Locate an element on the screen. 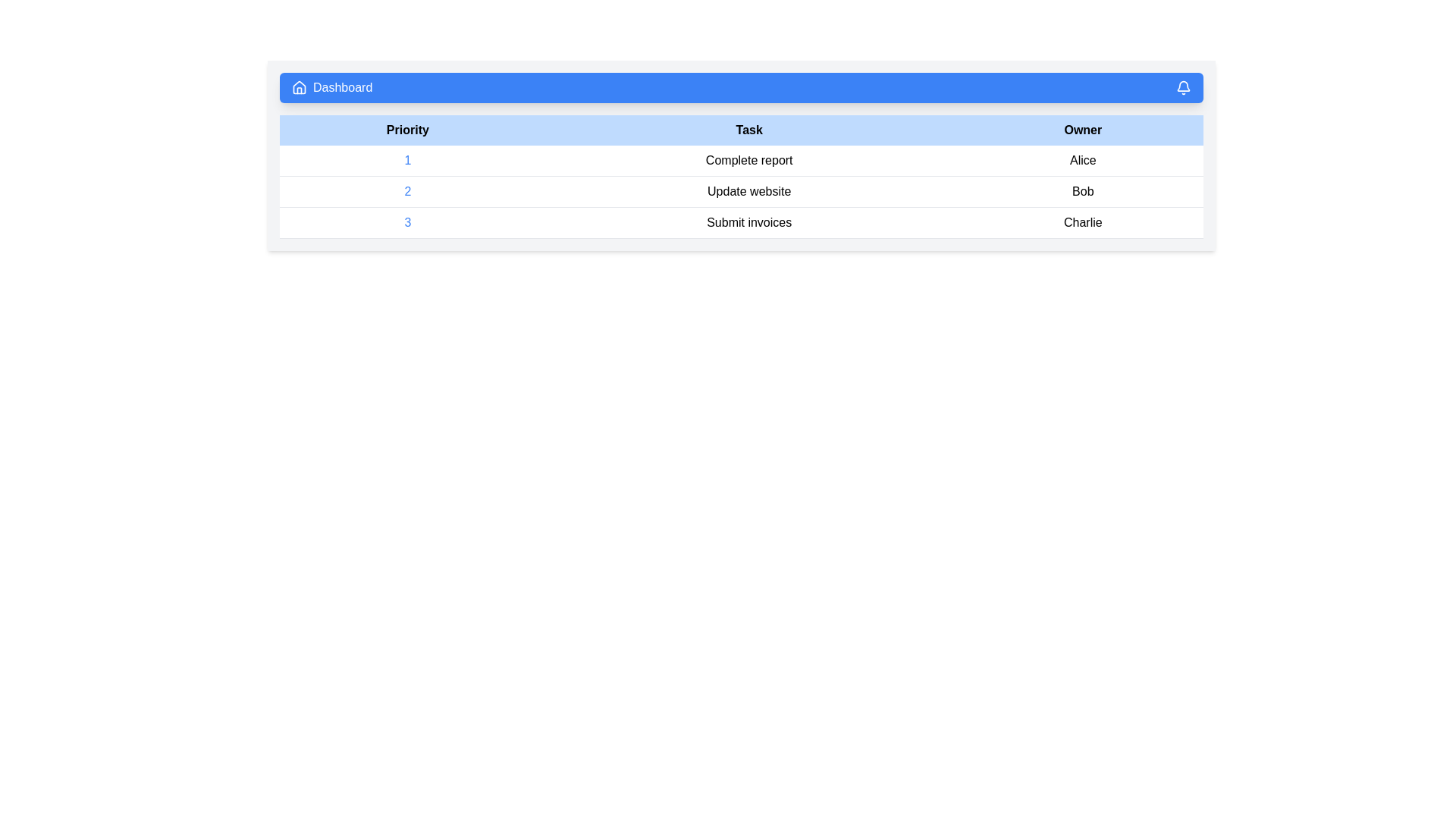  the navigation label indicating the current section, located immediately to the right of the house-shaped icon is located at coordinates (331, 87).